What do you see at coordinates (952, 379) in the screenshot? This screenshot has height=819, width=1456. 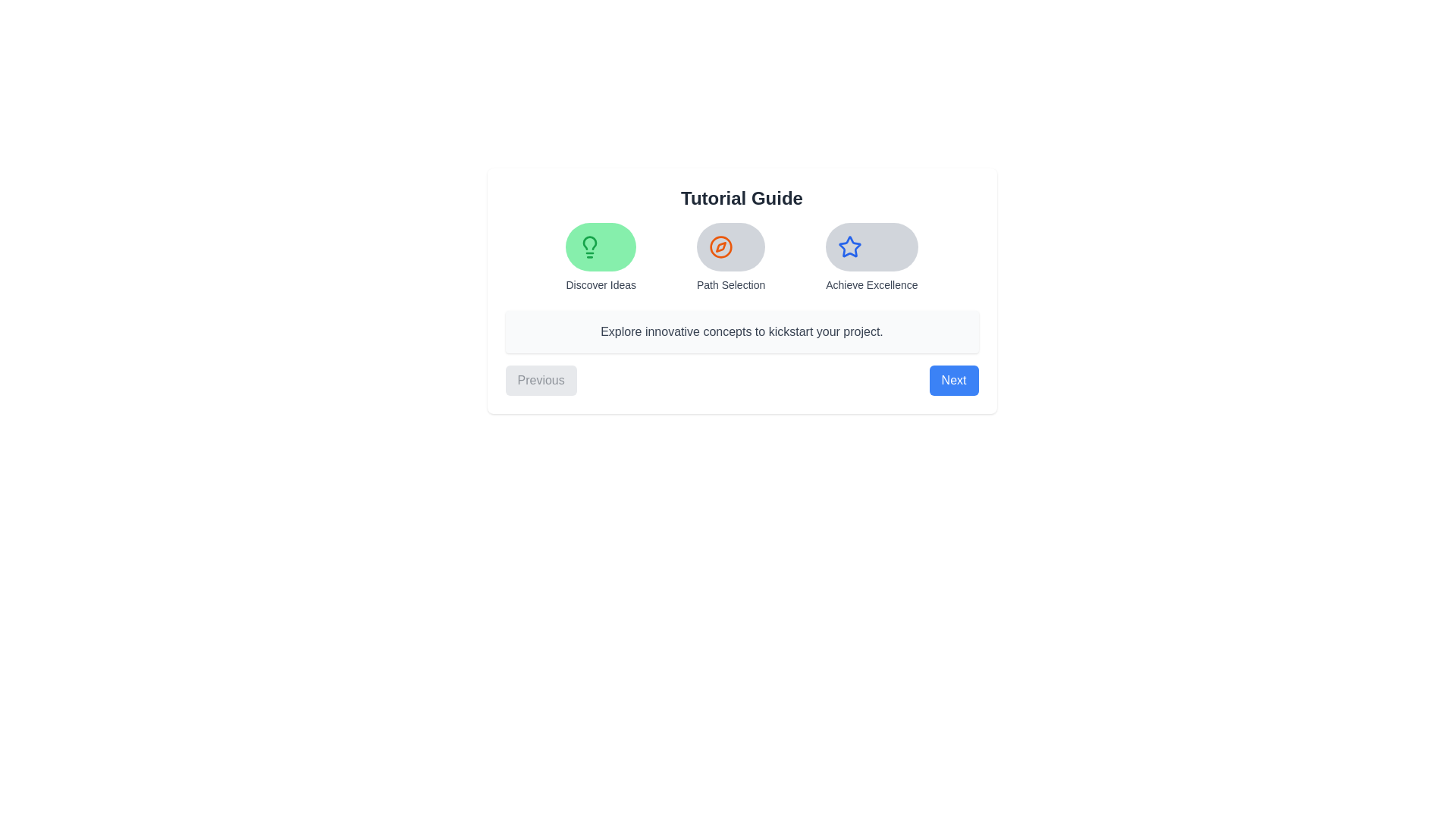 I see `the 'Next' button to advance to the next tutorial step` at bounding box center [952, 379].